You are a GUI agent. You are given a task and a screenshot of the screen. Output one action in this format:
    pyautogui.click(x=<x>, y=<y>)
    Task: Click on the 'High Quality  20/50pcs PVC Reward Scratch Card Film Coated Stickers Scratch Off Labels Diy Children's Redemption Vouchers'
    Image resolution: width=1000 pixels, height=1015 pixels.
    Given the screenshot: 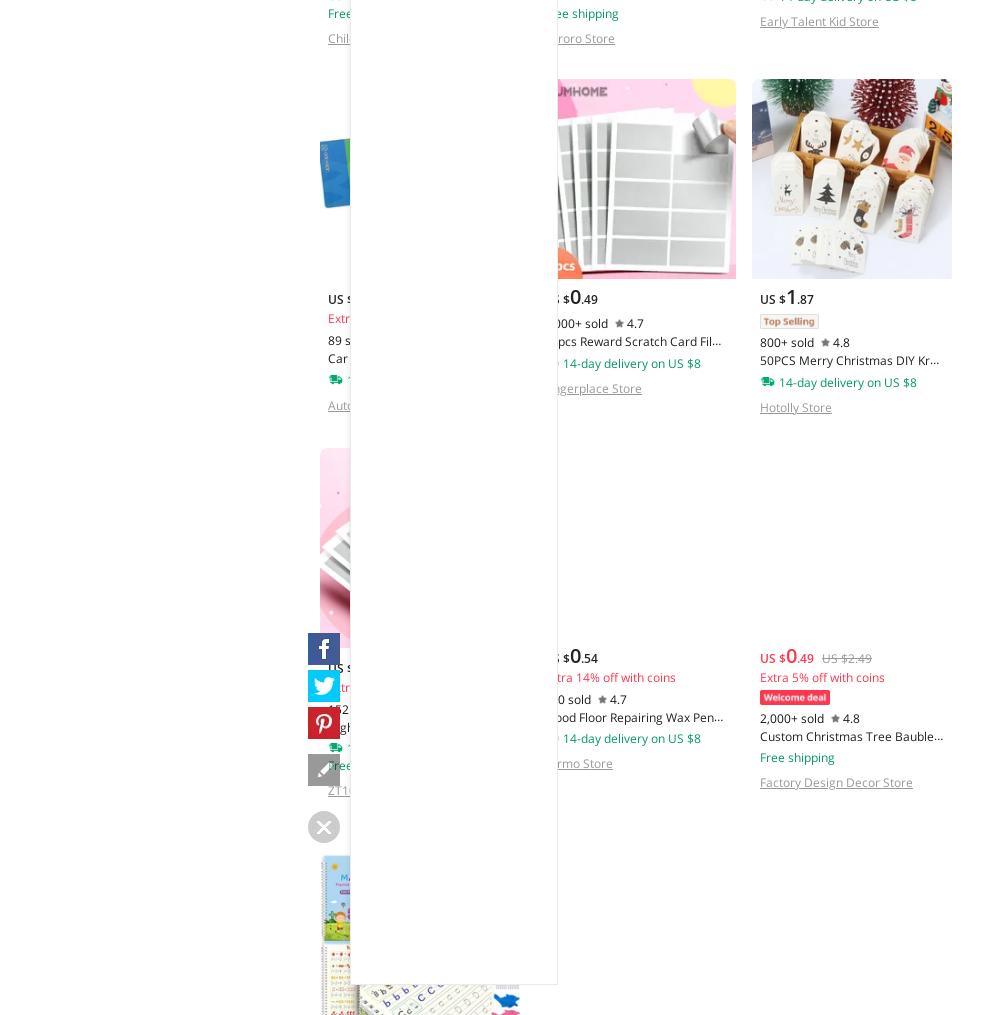 What is the action you would take?
    pyautogui.click(x=418, y=753)
    